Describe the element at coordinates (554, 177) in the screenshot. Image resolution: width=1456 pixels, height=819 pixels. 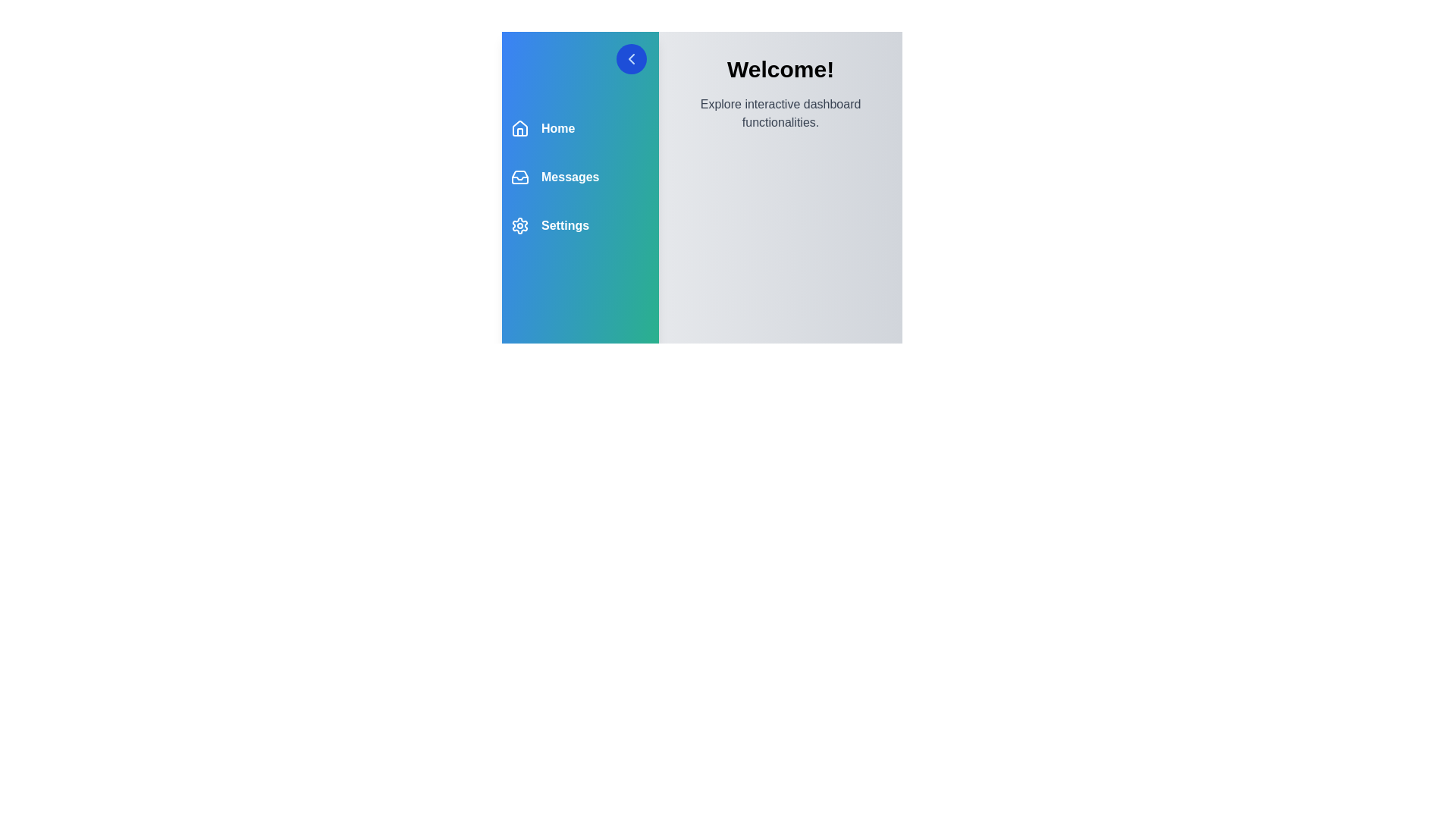
I see `the Navigation Button that leads to the Messages section of the application for keyboard navigation` at that location.